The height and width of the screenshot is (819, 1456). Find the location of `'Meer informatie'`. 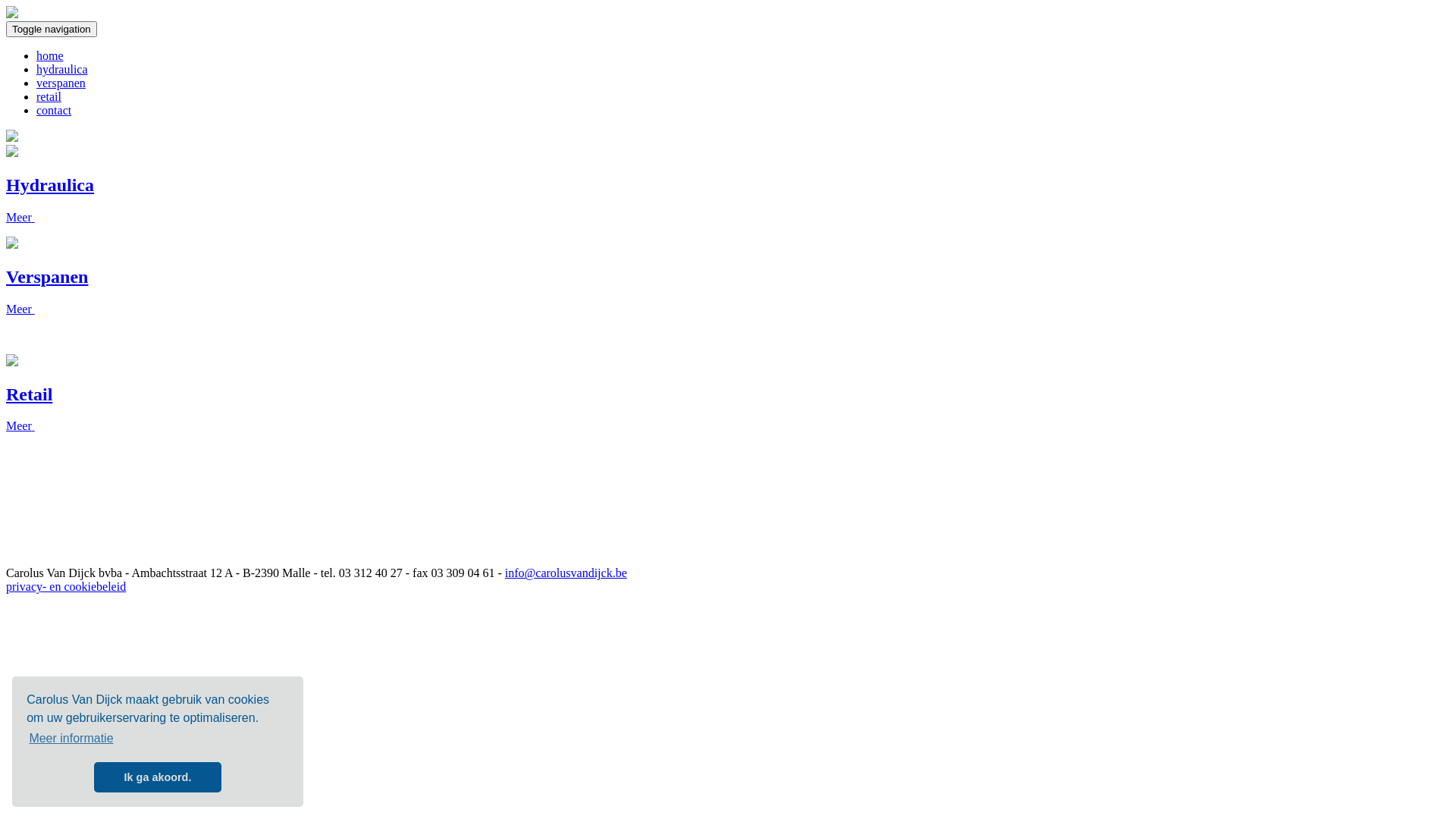

'Meer informatie' is located at coordinates (71, 738).